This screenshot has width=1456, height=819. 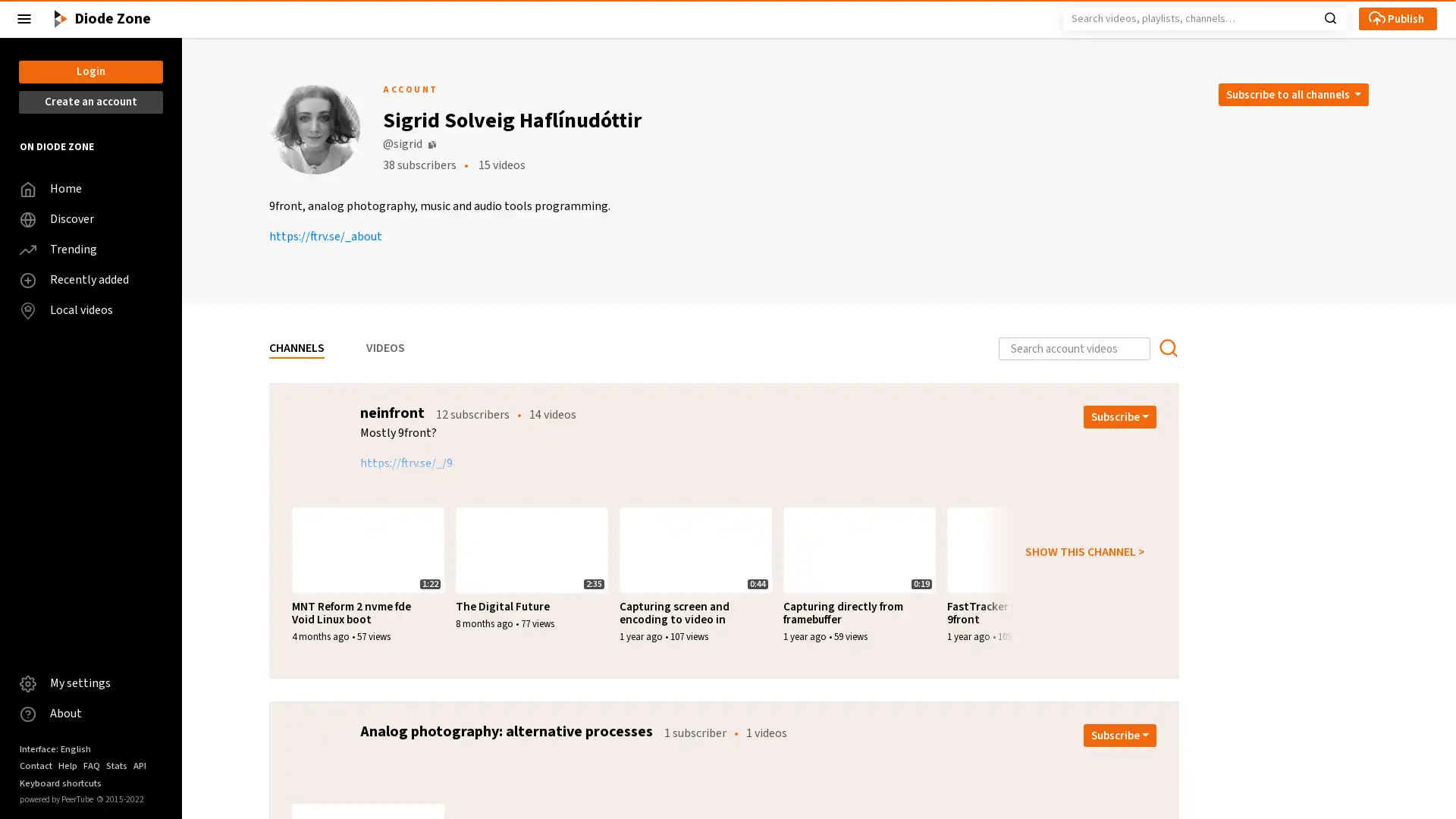 What do you see at coordinates (1120, 417) in the screenshot?
I see `Open subscription dropdown` at bounding box center [1120, 417].